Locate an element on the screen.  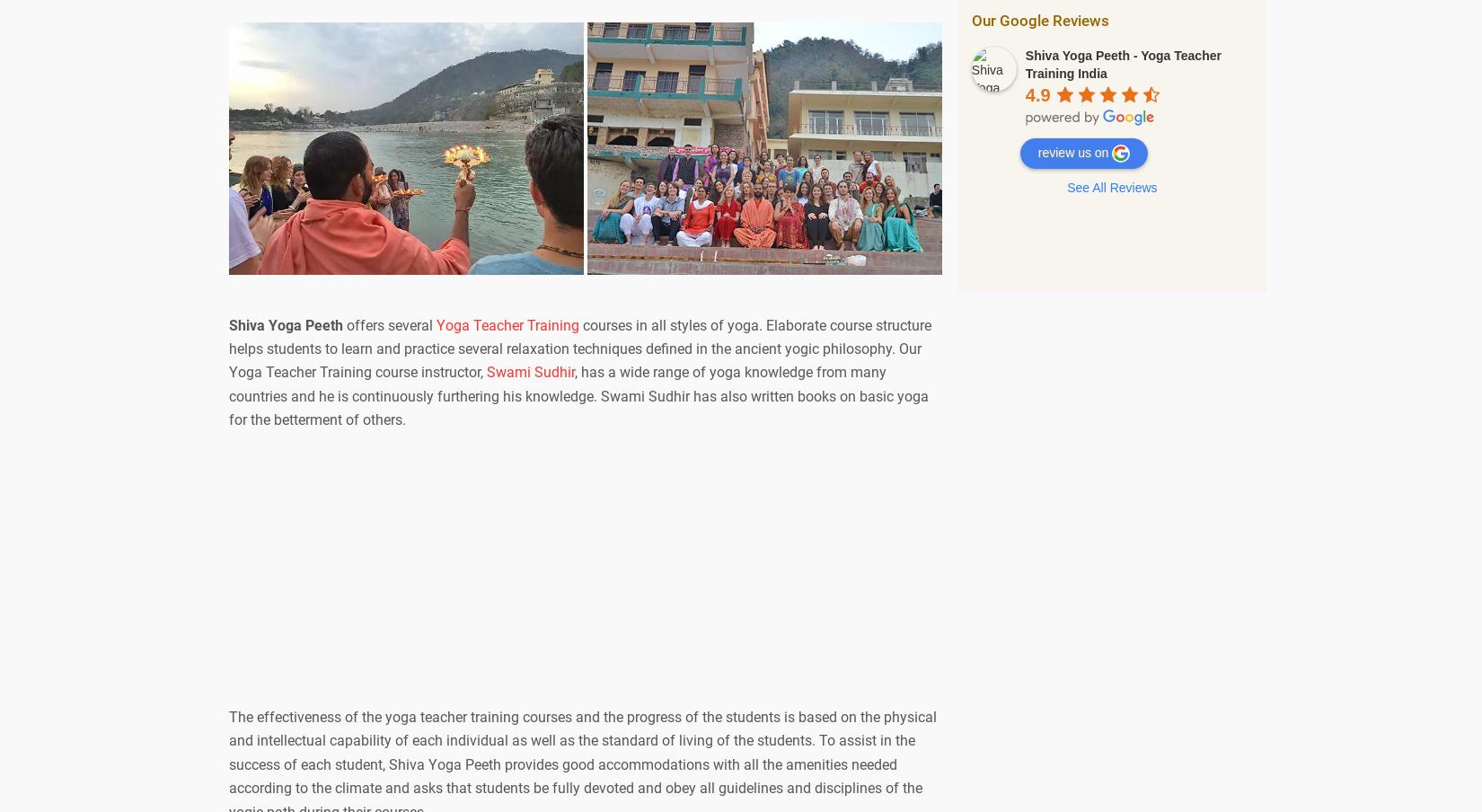
'courses in all styles of yoga. Elaborate course structure helps students to learn and practice several relaxation techniques defined in the ancient yogic philosophy. Our Yoga Teacher Training course instructor,' is located at coordinates (578, 348).